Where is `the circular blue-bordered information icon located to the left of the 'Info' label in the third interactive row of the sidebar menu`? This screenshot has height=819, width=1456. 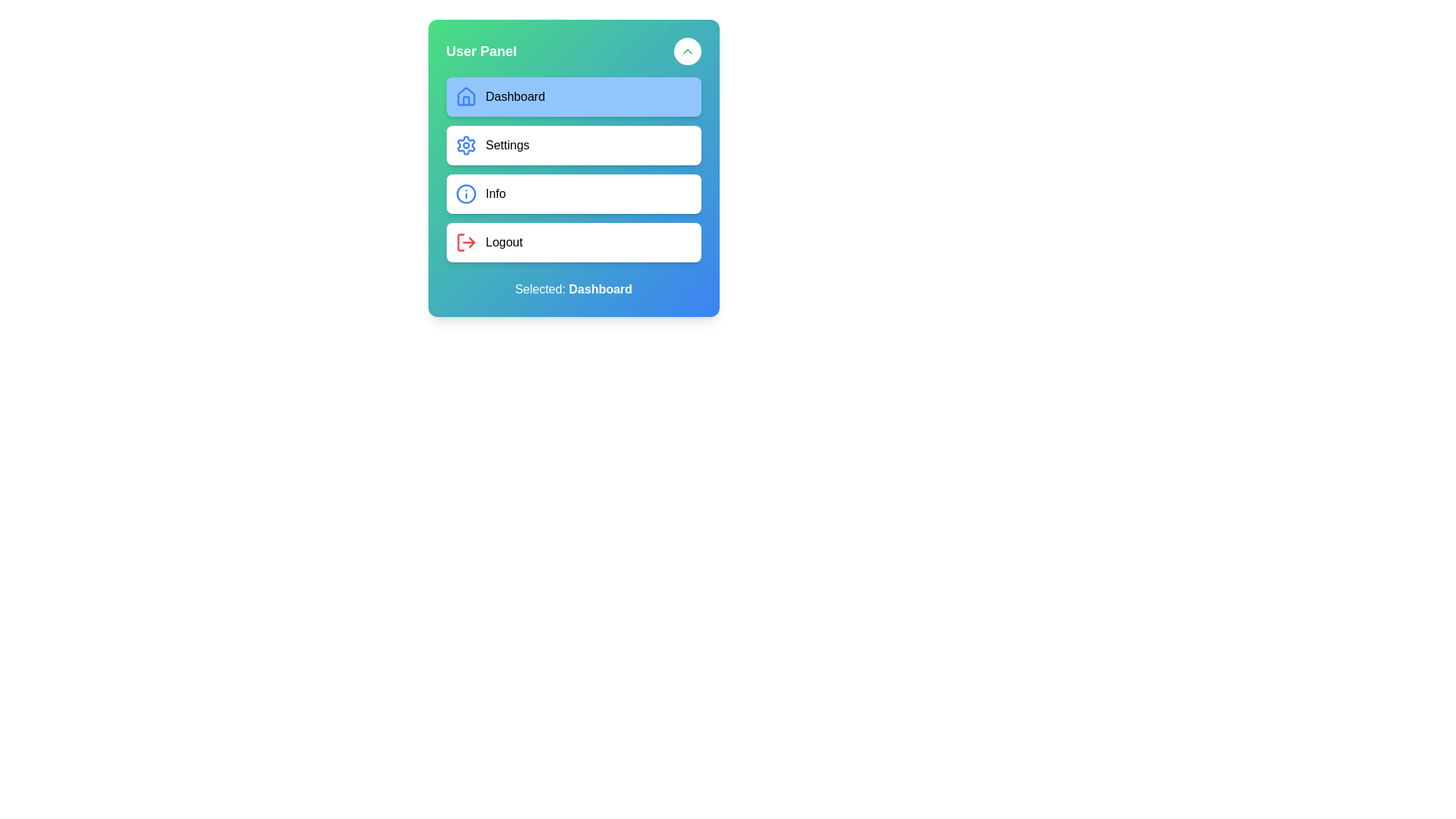 the circular blue-bordered information icon located to the left of the 'Info' label in the third interactive row of the sidebar menu is located at coordinates (465, 193).